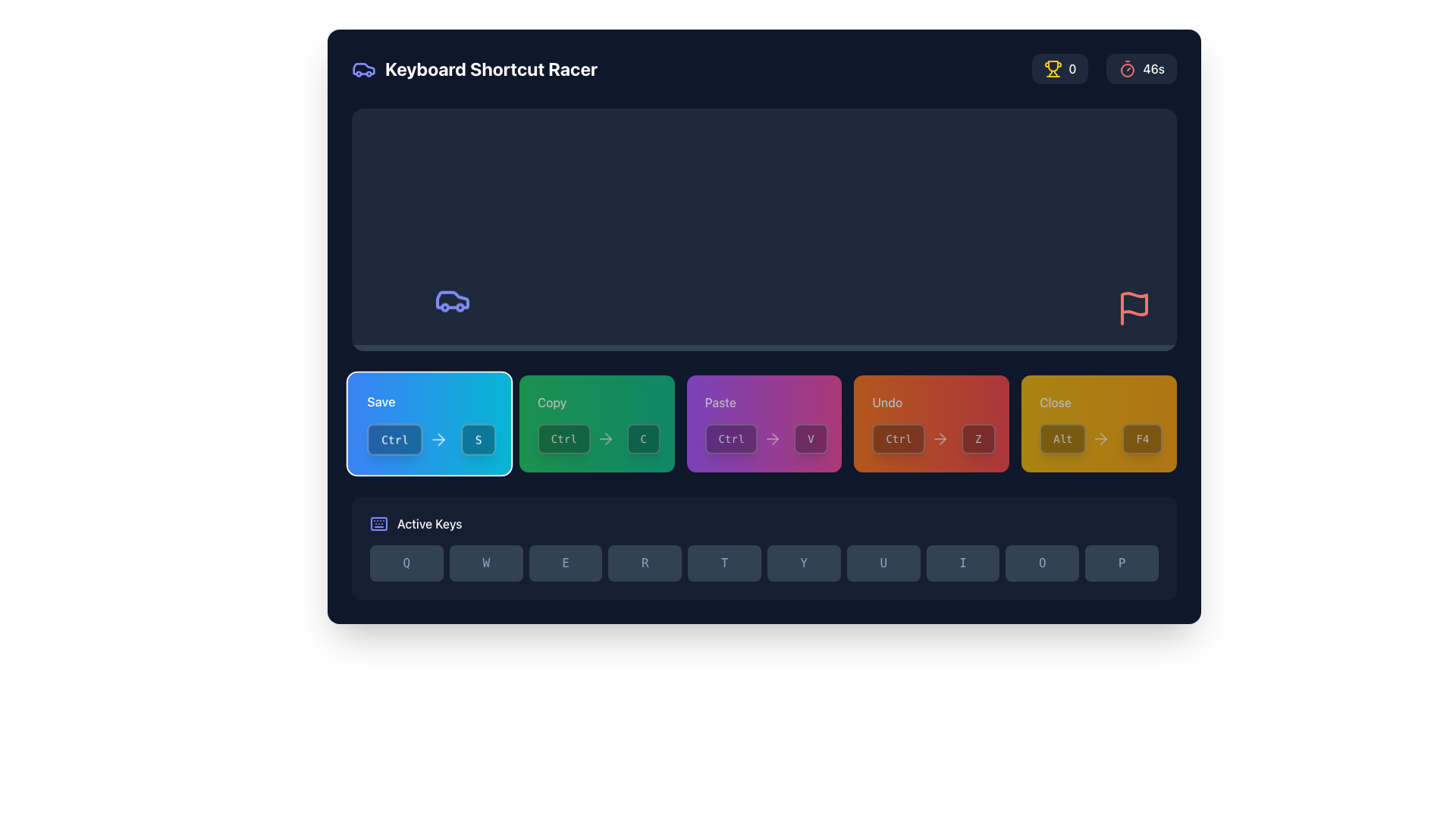 The width and height of the screenshot is (1456, 819). I want to click on the 'Ctrl' key label located in the 'Copy' action card, which is the leftmost element in its group, so click(578, 438).